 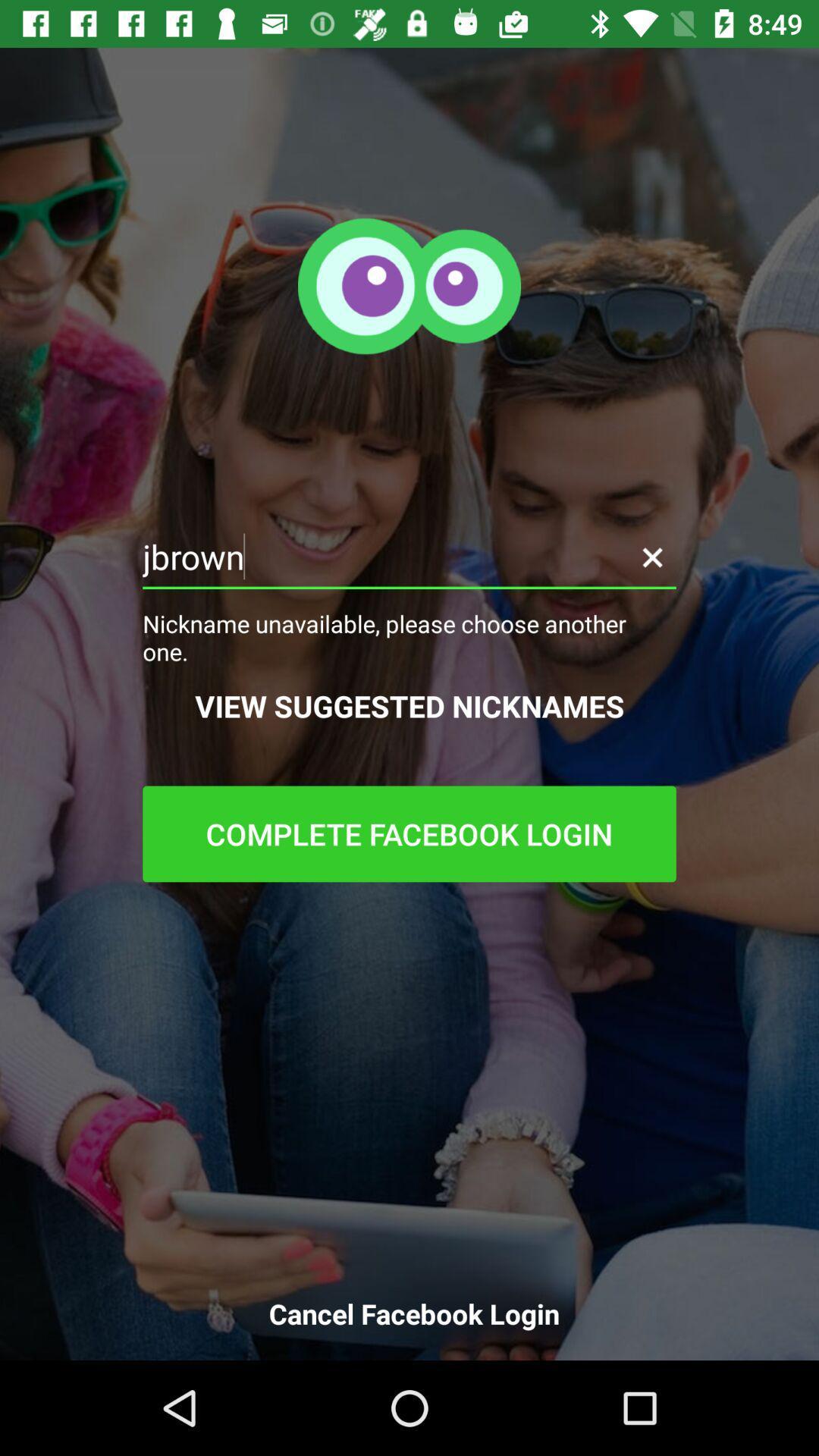 I want to click on the close icon, so click(x=651, y=556).